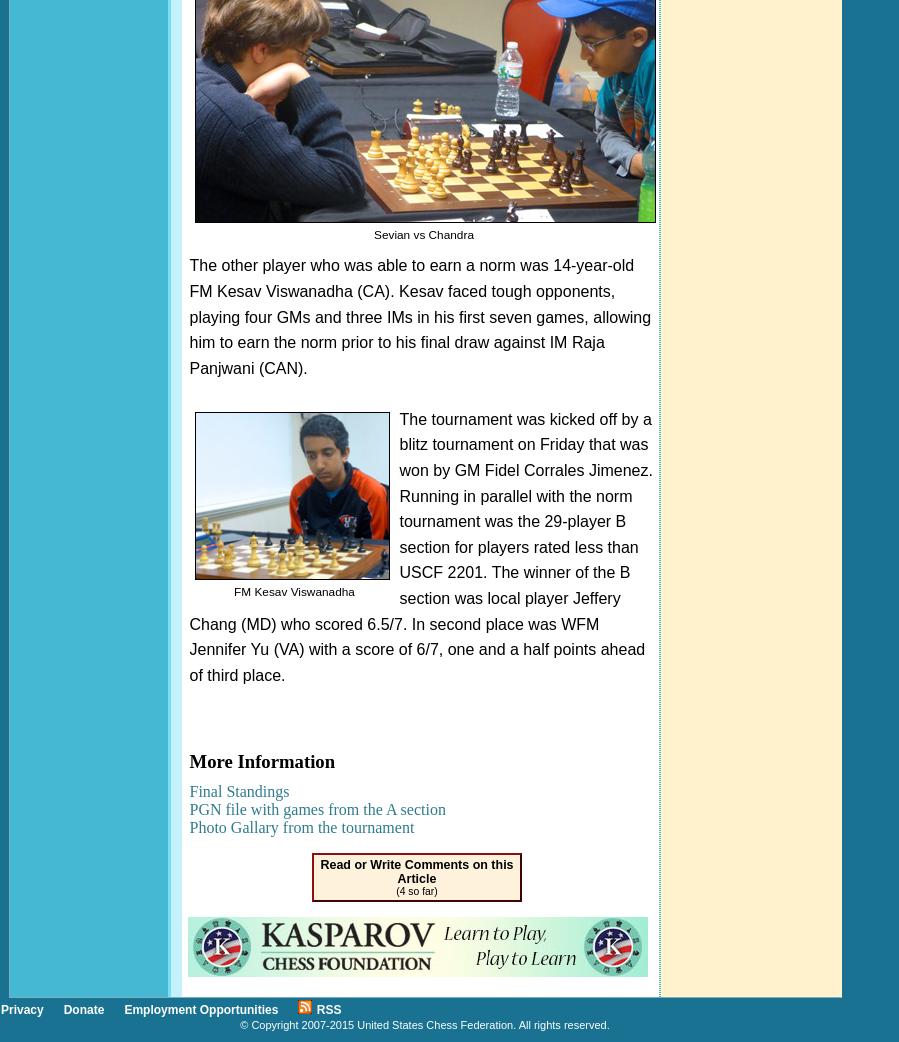  I want to click on 'The tournament was kicked off by a blitz tournament on Friday that was won by GM Fidel Corrales Jimenez. Running in parallel with the norm tournament was the 29-player B section for players rated less than USCF 2201. The winner of the B section was local player Jeffery Chang (MD) who scored 6.5/7. In second place was WFM Jennifer Yu (VA) with a score of 6/7, one and a half points ahead of third place.', so click(188, 545).